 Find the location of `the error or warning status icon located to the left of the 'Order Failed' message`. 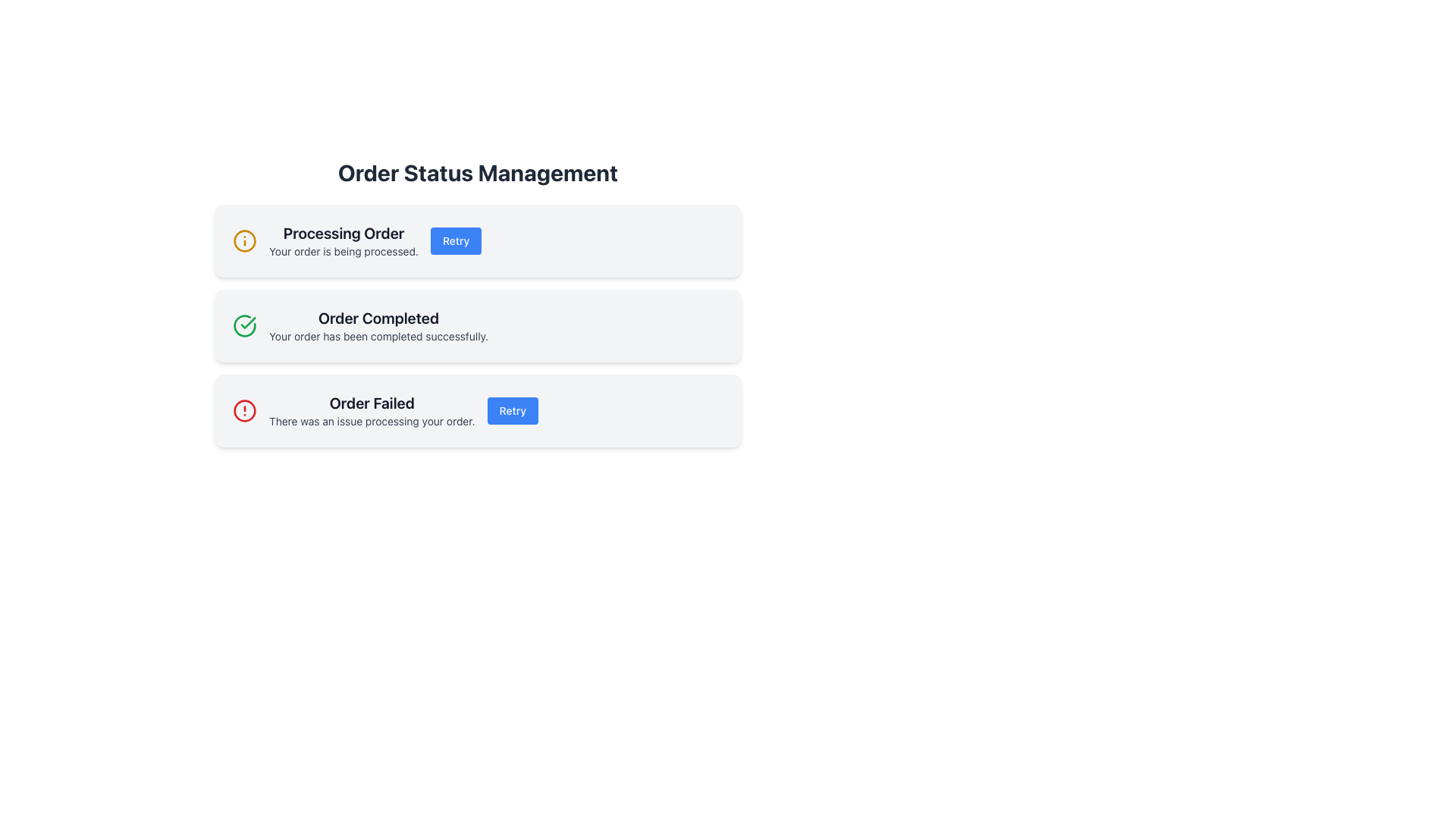

the error or warning status icon located to the left of the 'Order Failed' message is located at coordinates (244, 411).